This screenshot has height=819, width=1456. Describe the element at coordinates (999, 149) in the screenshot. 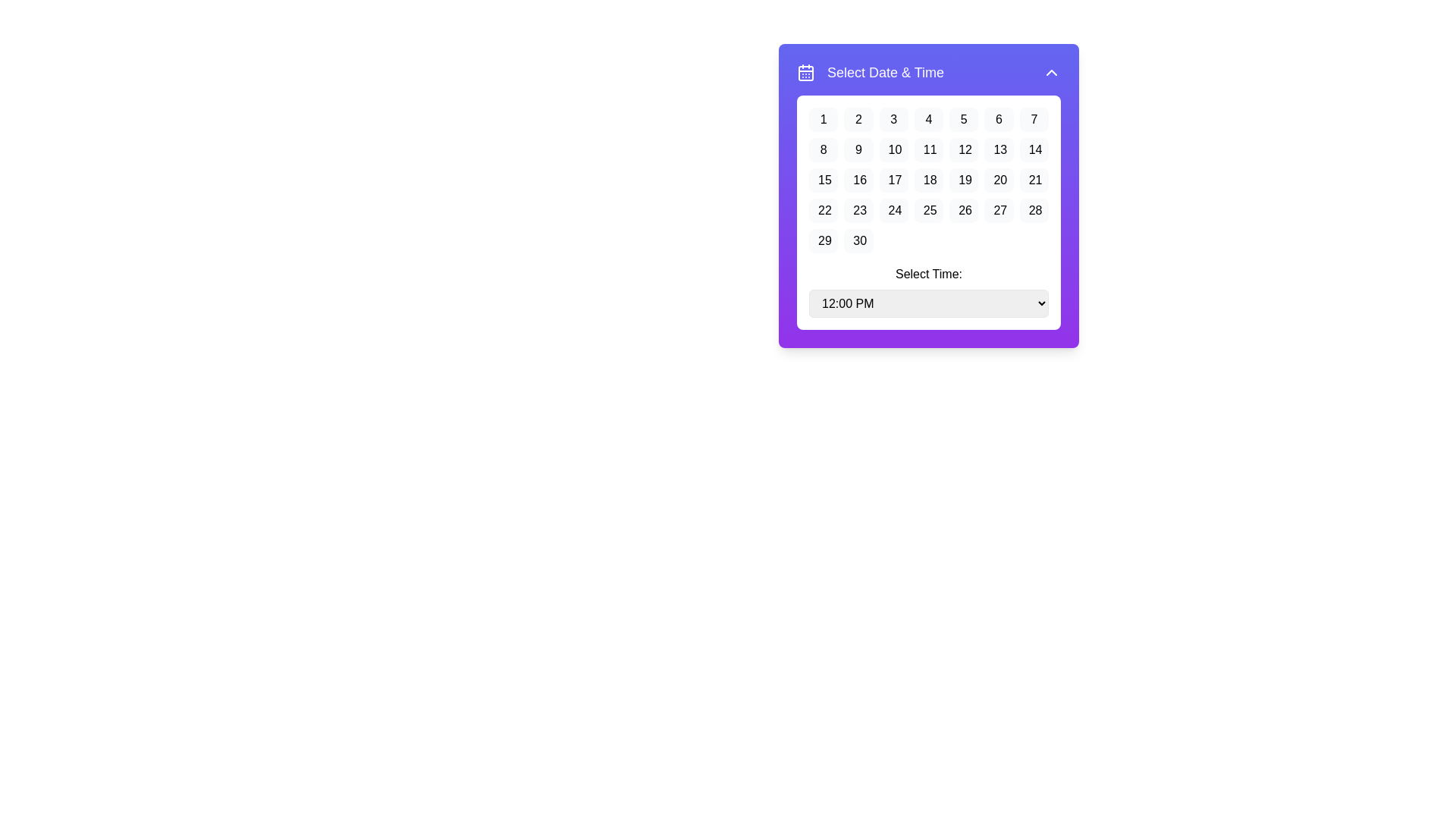

I see `the calendar day button that represents the date '13', which is the 6th item in the second row of the calendar interface` at that location.